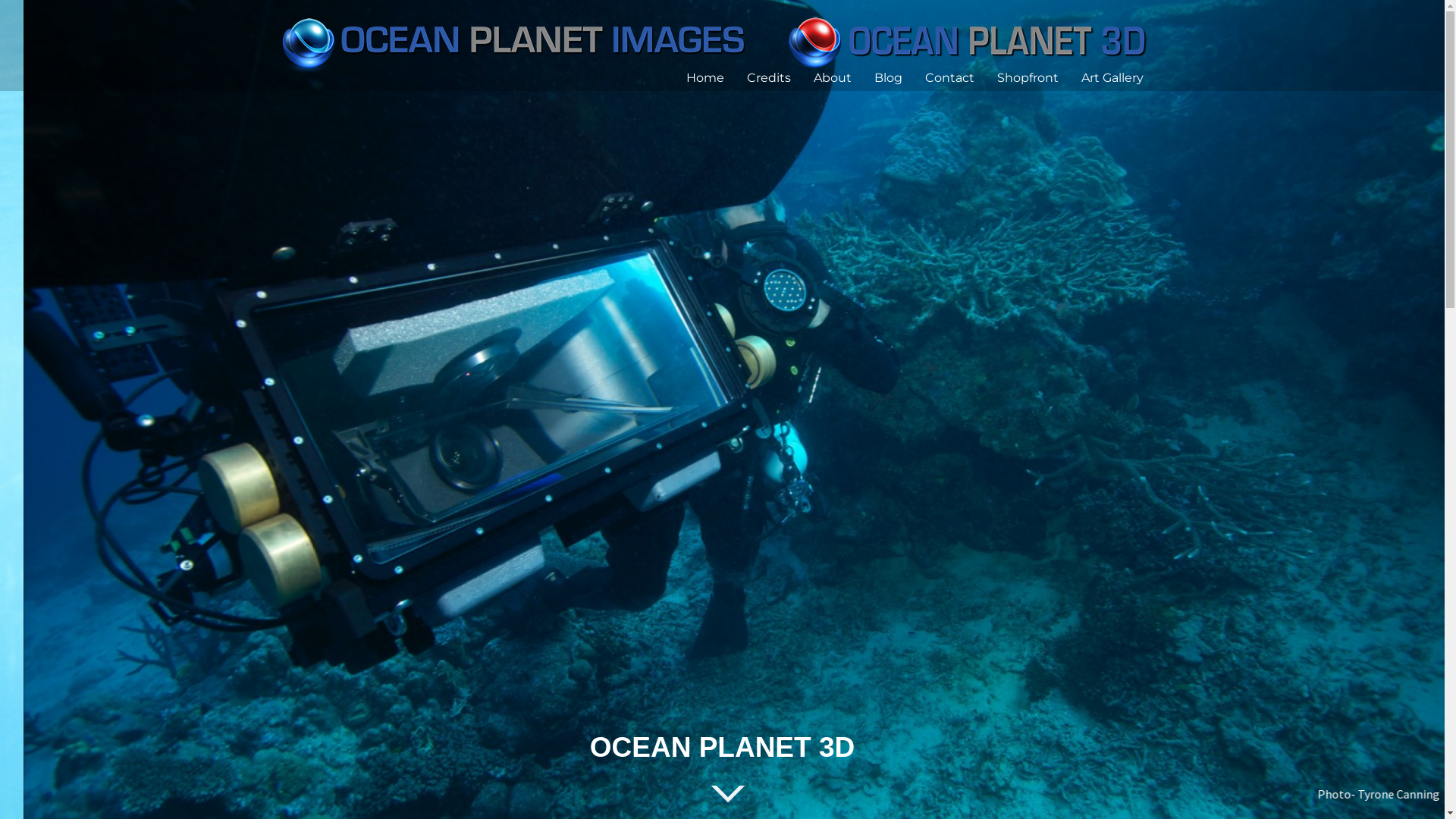 This screenshot has width=1456, height=819. I want to click on 'Credits', so click(767, 77).